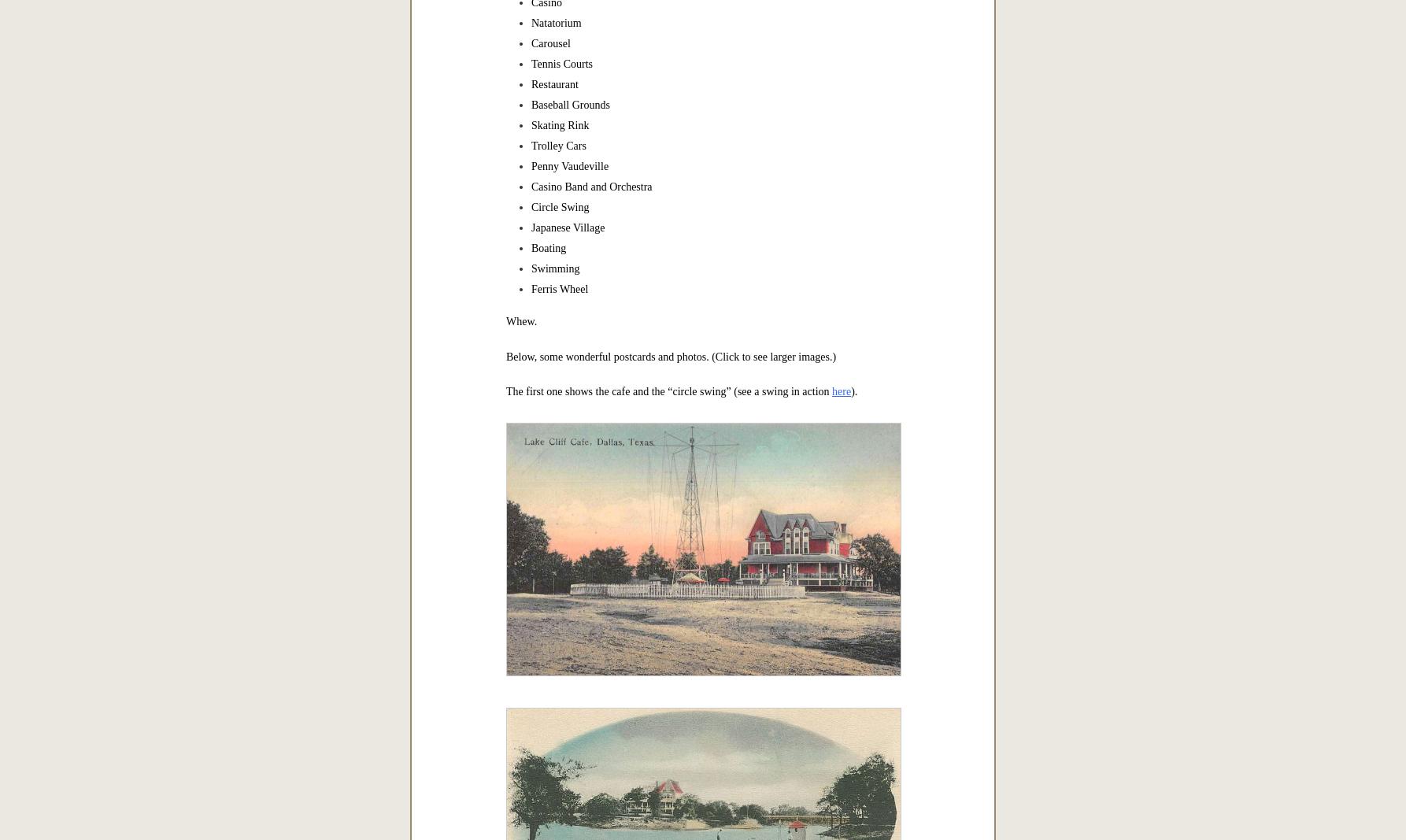 Image resolution: width=1406 pixels, height=840 pixels. Describe the element at coordinates (853, 390) in the screenshot. I see `').'` at that location.